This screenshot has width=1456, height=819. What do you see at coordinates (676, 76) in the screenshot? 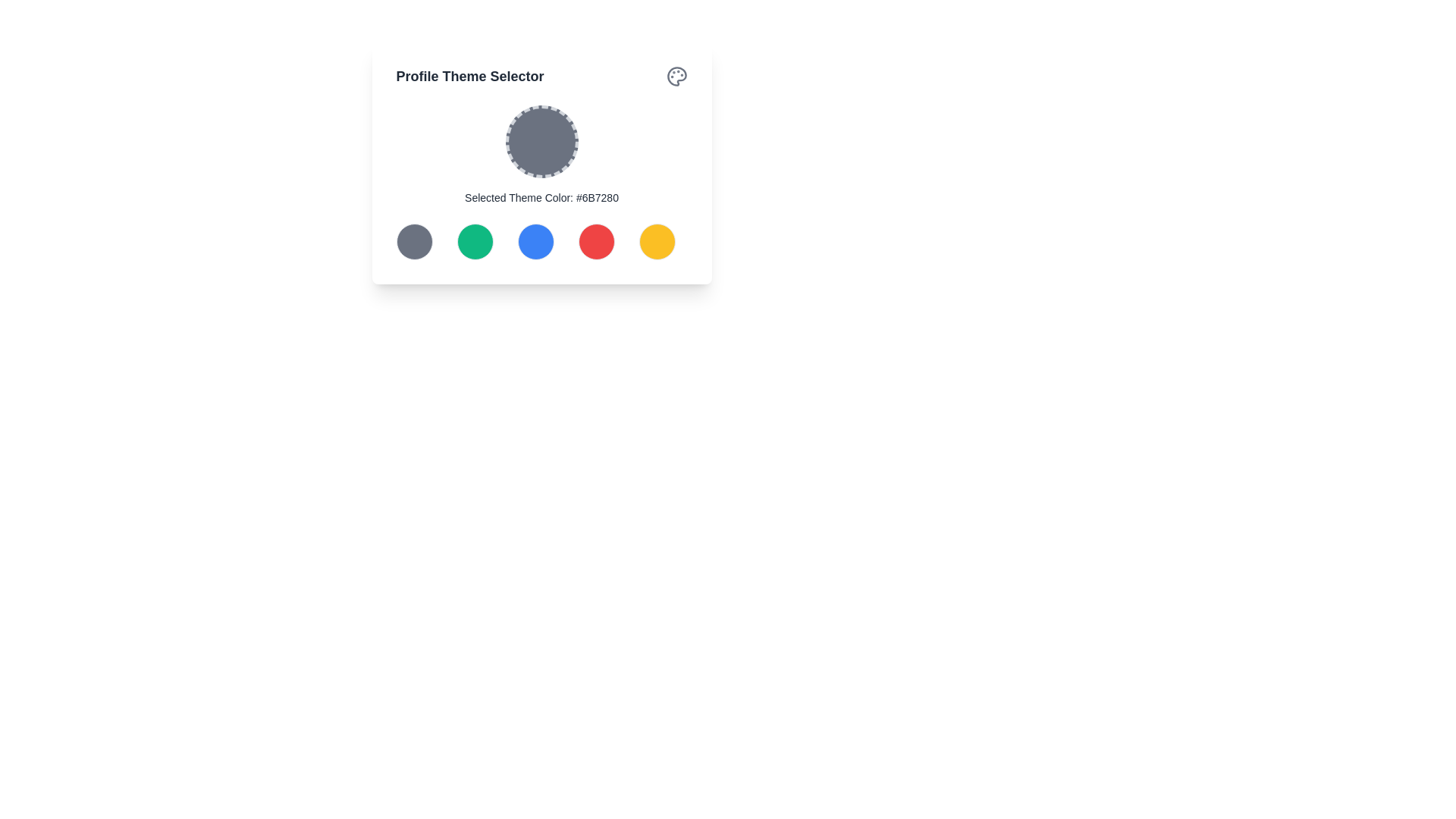
I see `the color palette icon located in the top-right corner of the interface's card component, next to the 'Profile Theme Selector' heading` at bounding box center [676, 76].